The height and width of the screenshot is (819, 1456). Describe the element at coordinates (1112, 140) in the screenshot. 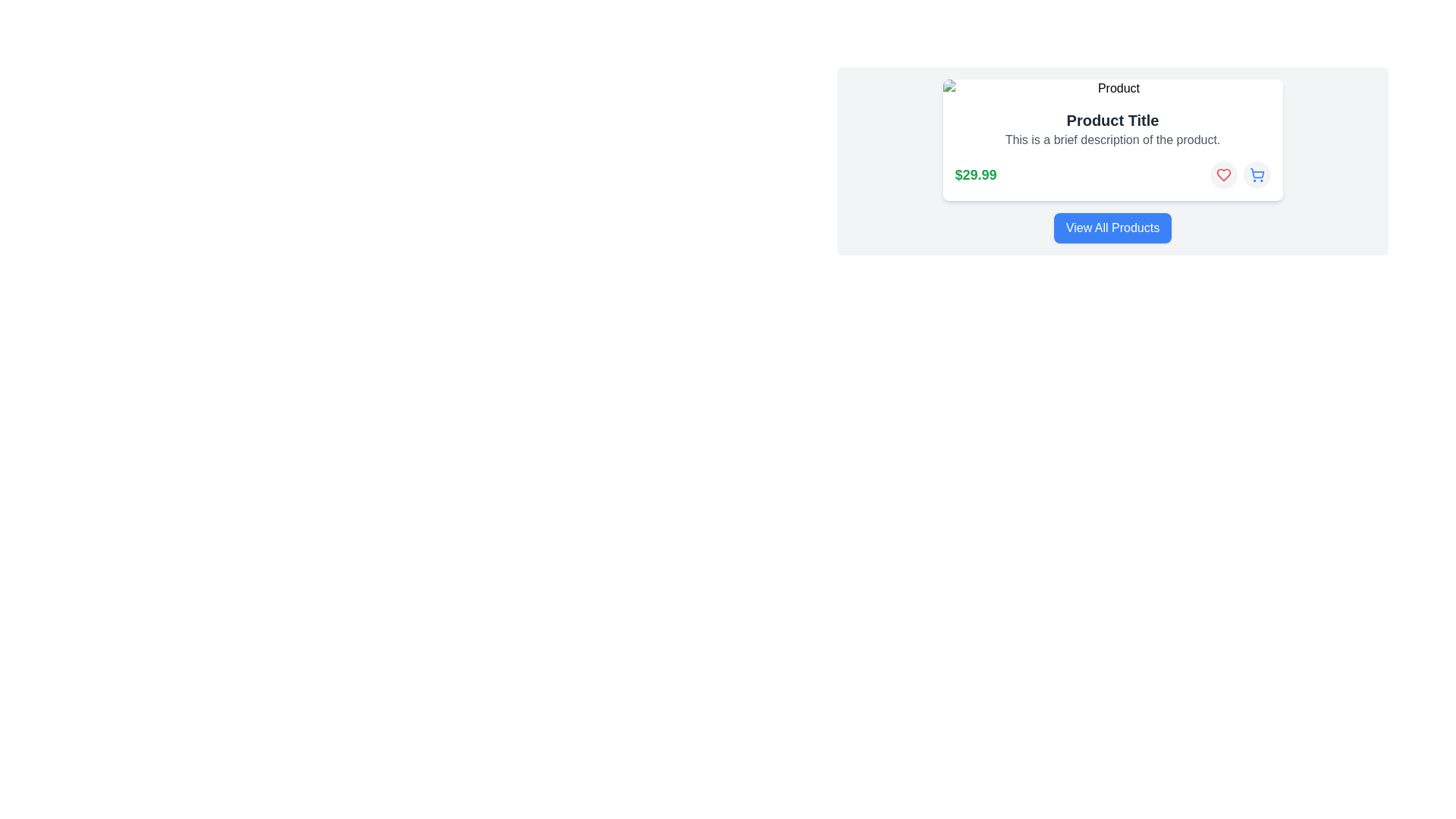

I see `the text label that provides a succinct textual description of the product, located below the 'Product Title' and above the price '$29.99'` at that location.